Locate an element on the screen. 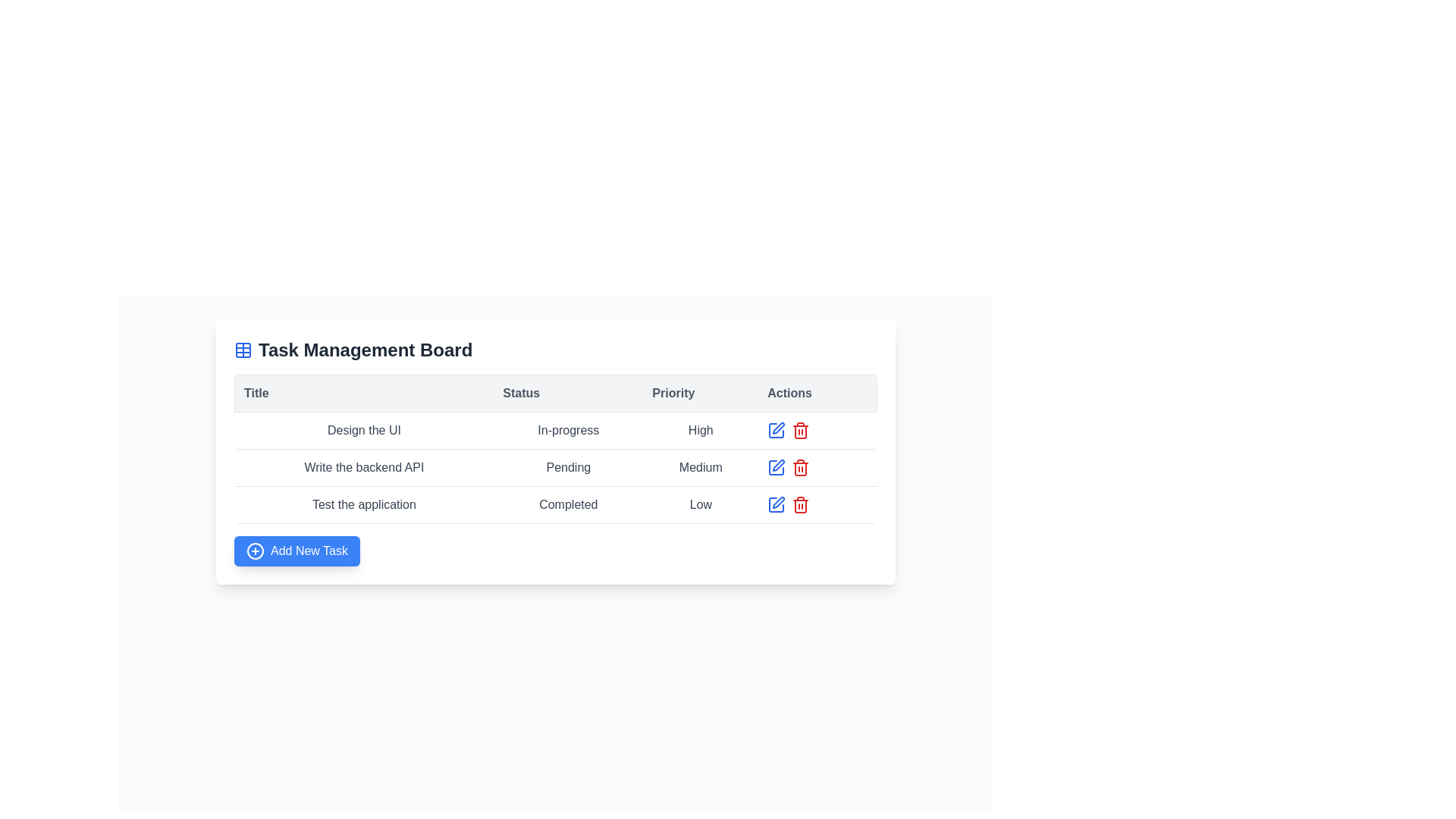 Image resolution: width=1456 pixels, height=819 pixels. the static text label displaying 'Completed' in gray color located in the third row of the table under the 'Status' column is located at coordinates (567, 505).